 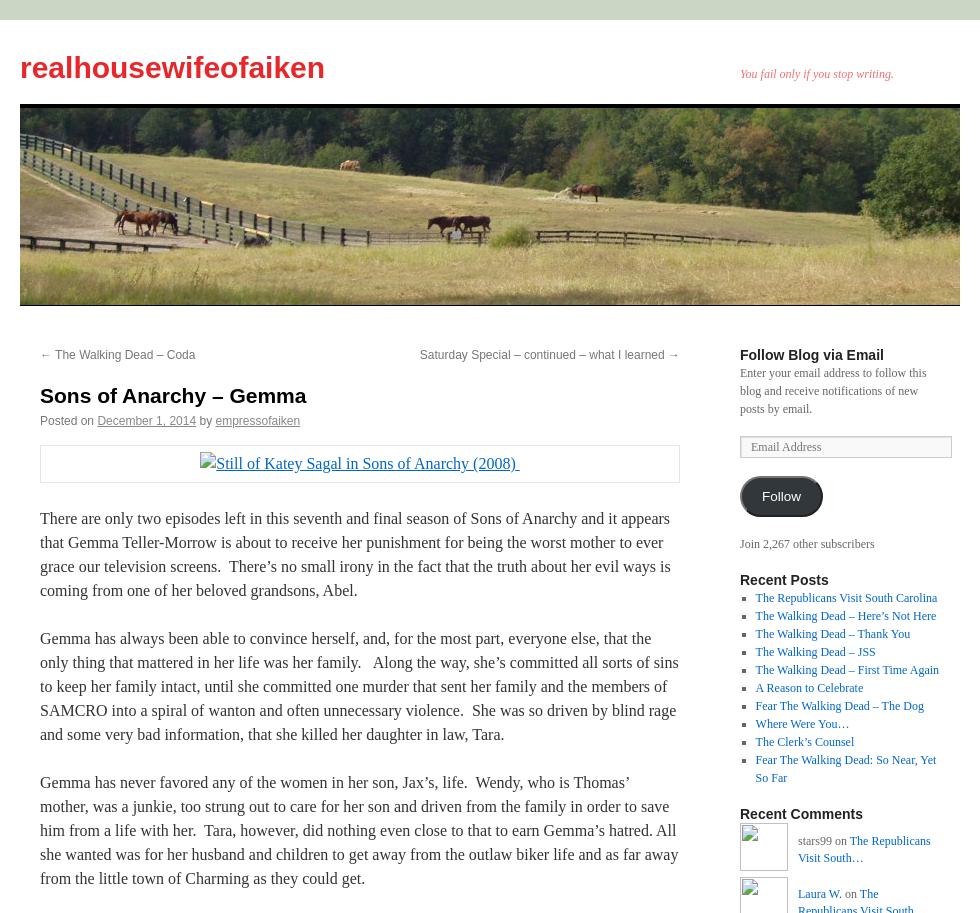 I want to click on 'Sons of Anarchy – Gemma', so click(x=172, y=394).